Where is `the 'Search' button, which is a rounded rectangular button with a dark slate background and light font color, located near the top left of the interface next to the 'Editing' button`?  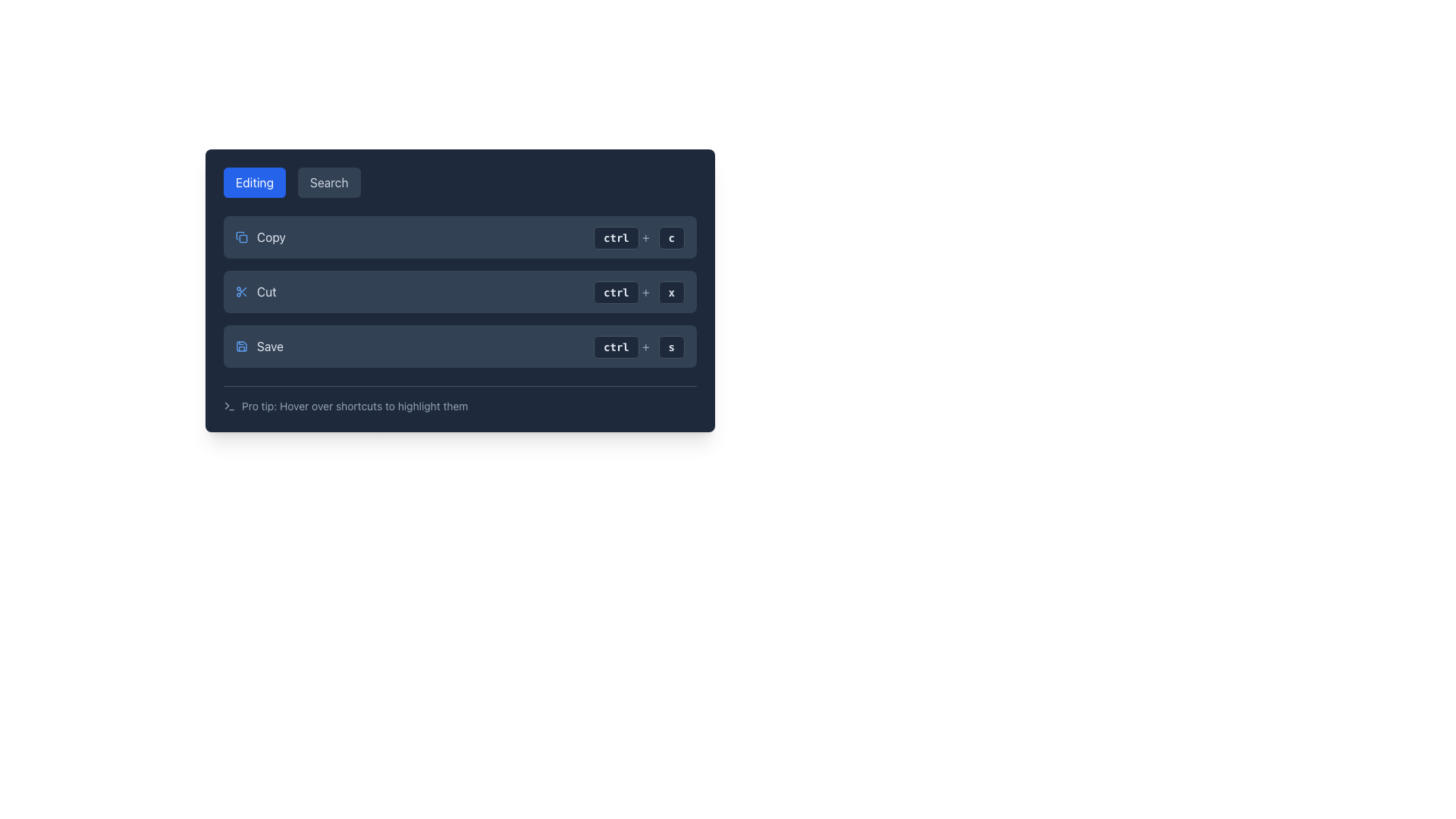
the 'Search' button, which is a rounded rectangular button with a dark slate background and light font color, located near the top left of the interface next to the 'Editing' button is located at coordinates (328, 181).